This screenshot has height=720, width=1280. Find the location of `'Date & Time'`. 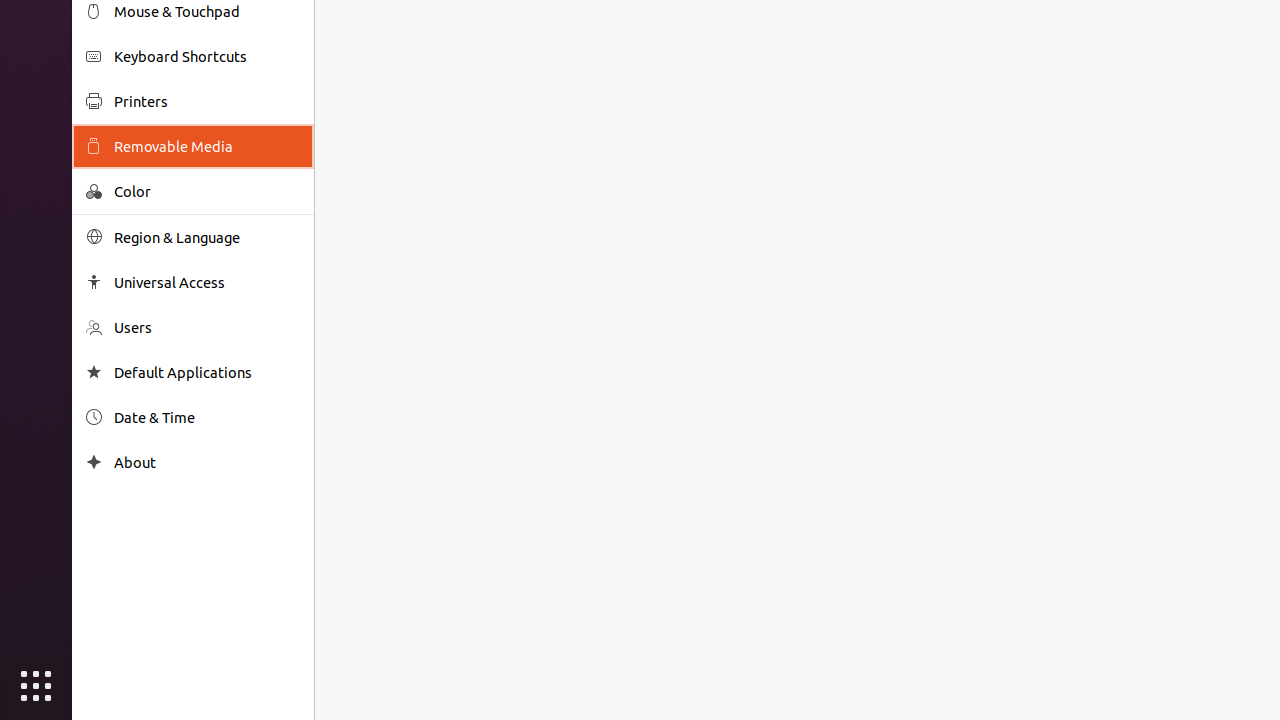

'Date & Time' is located at coordinates (206, 416).